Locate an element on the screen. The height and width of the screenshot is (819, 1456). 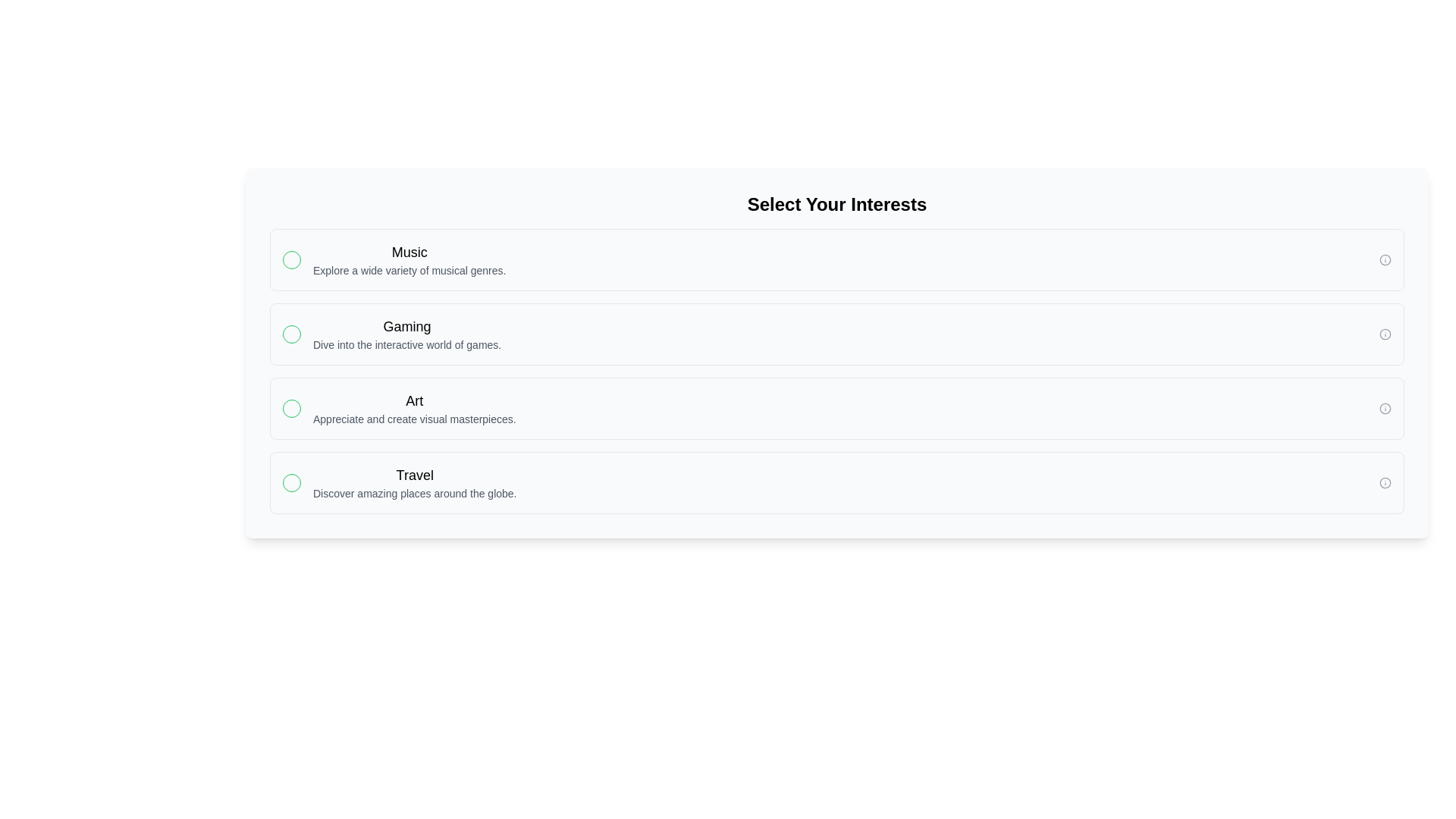
the interest option Gaming to highlight it is located at coordinates (836, 333).